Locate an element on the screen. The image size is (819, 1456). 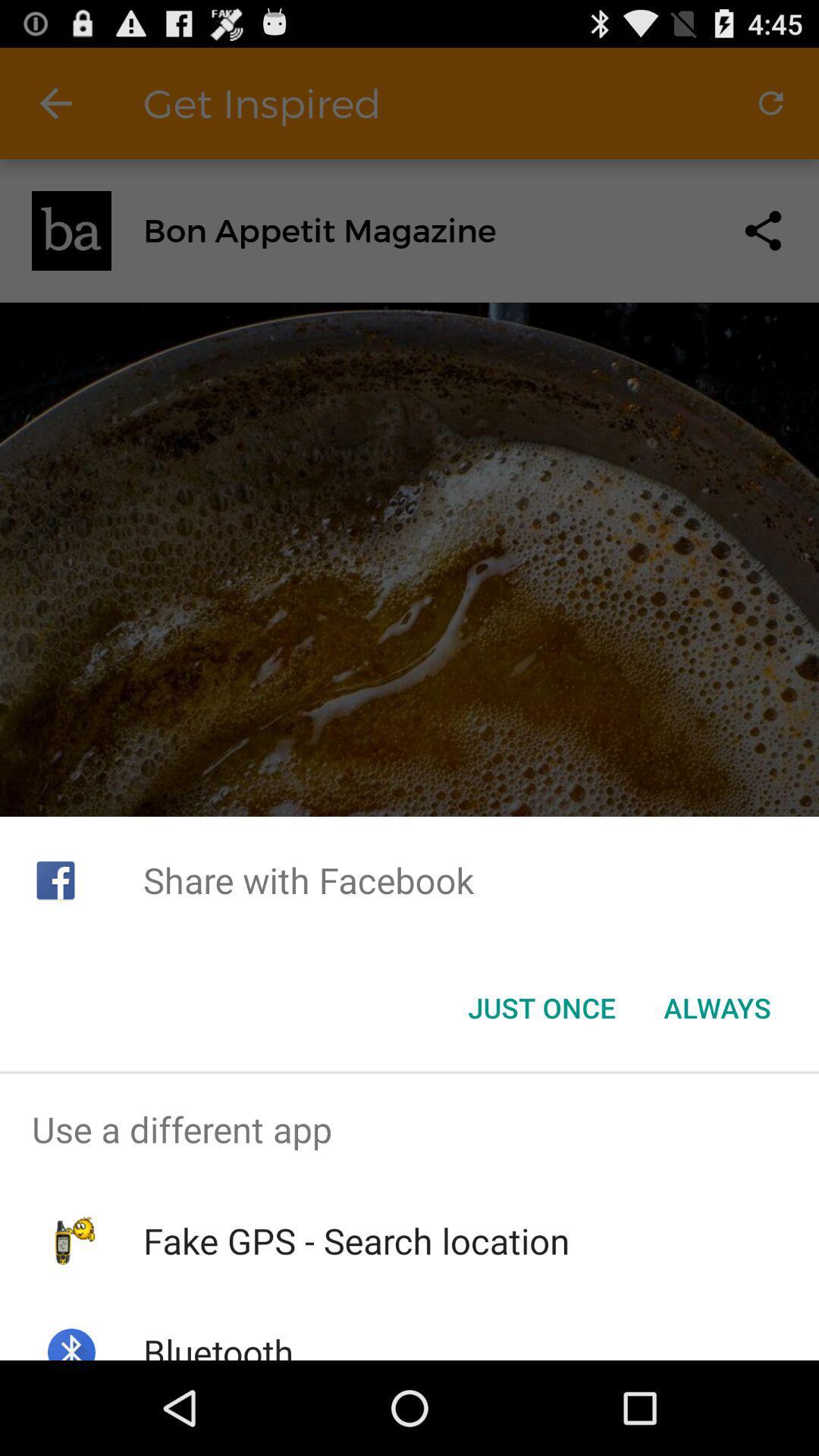
item above the fake gps search item is located at coordinates (409, 1129).